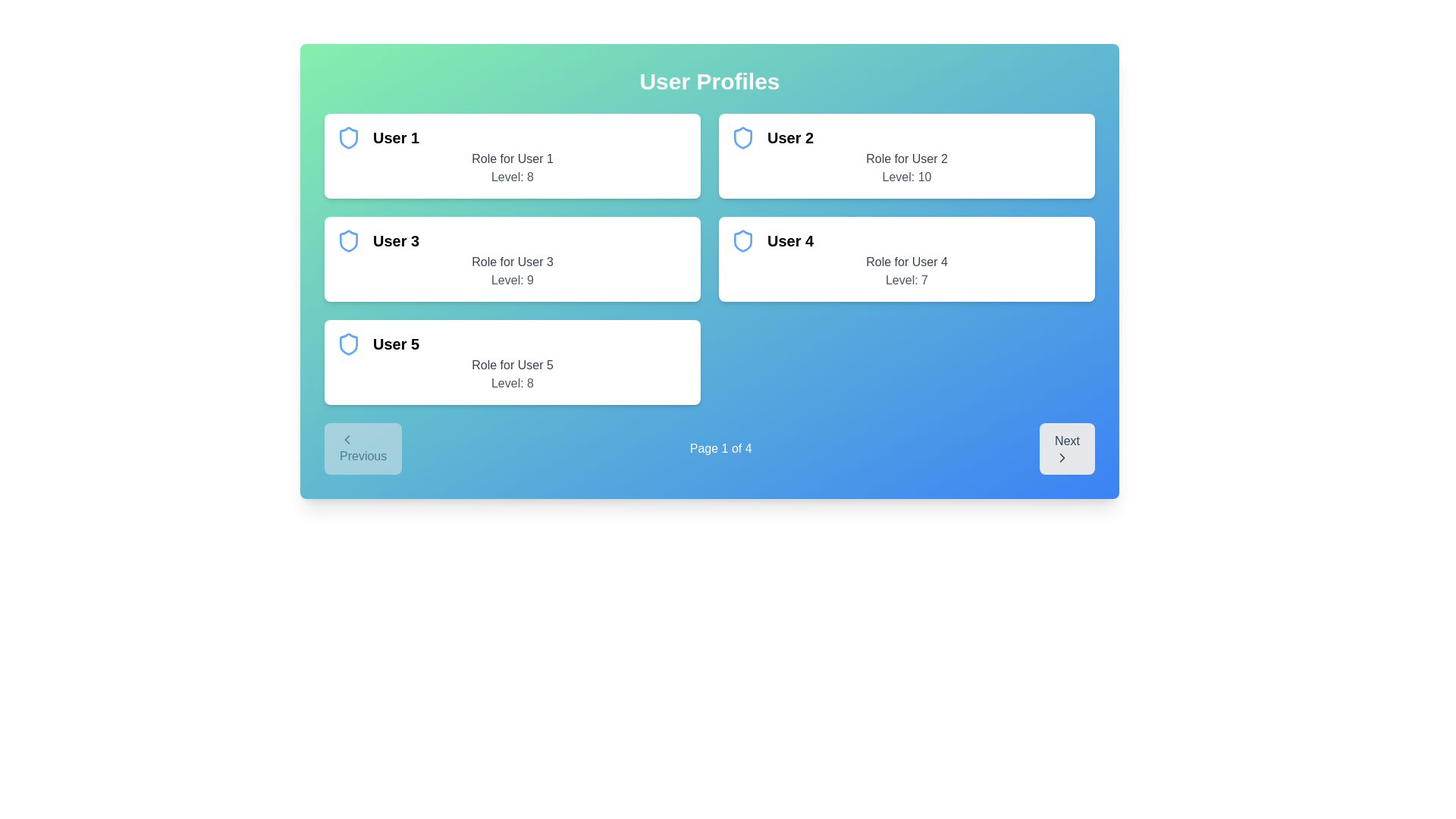 Image resolution: width=1456 pixels, height=819 pixels. Describe the element at coordinates (348, 344) in the screenshot. I see `the icon located in the top-left corner of the user profile card labeled 'User 5', which serves as a visual representation or marker indicating the status, role, or level of the user` at that location.